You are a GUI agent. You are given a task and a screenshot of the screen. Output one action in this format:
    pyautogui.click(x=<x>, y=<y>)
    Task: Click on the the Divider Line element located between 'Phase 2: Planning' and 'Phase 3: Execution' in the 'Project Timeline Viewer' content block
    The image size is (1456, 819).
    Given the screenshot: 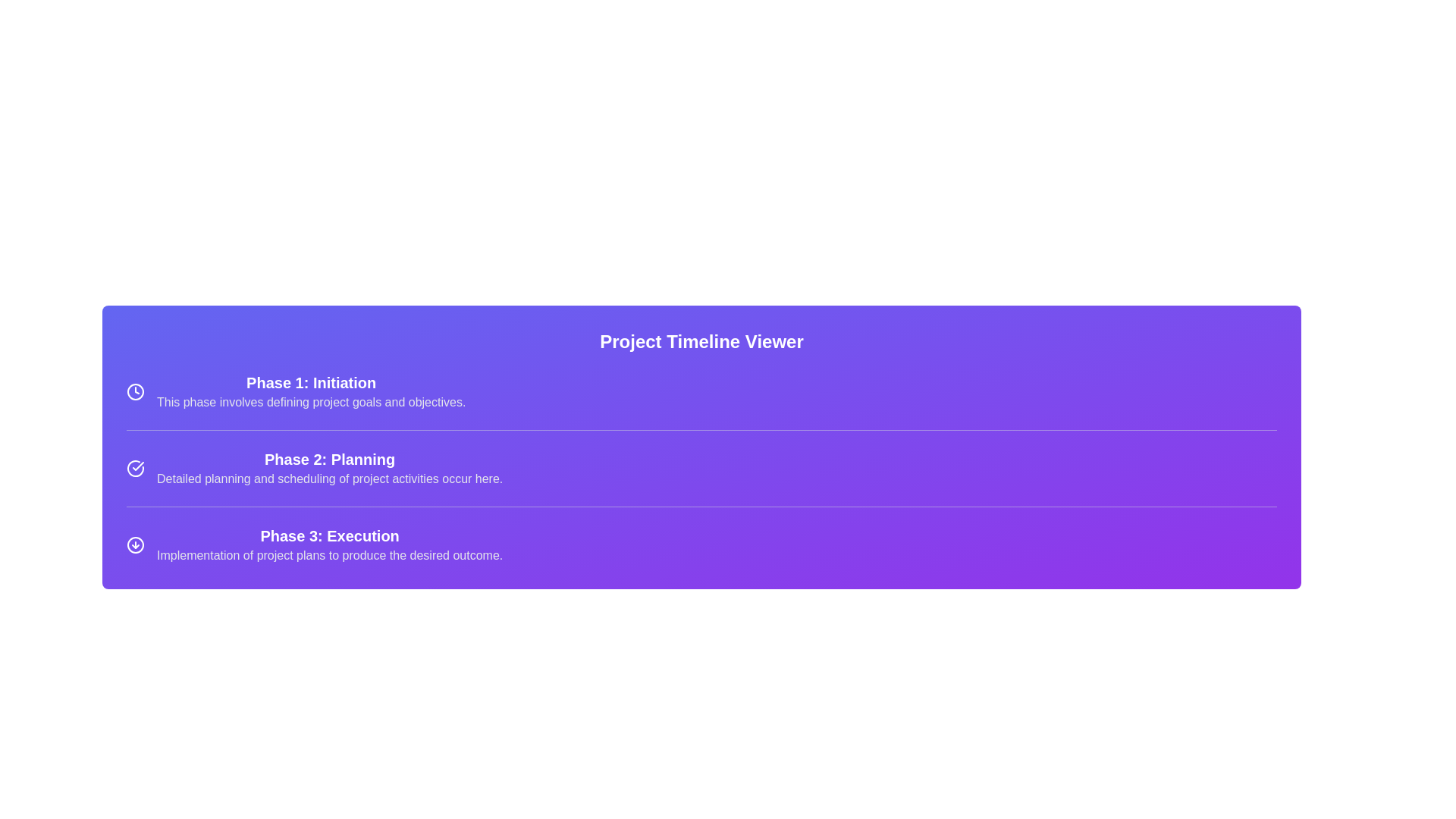 What is the action you would take?
    pyautogui.click(x=701, y=507)
    